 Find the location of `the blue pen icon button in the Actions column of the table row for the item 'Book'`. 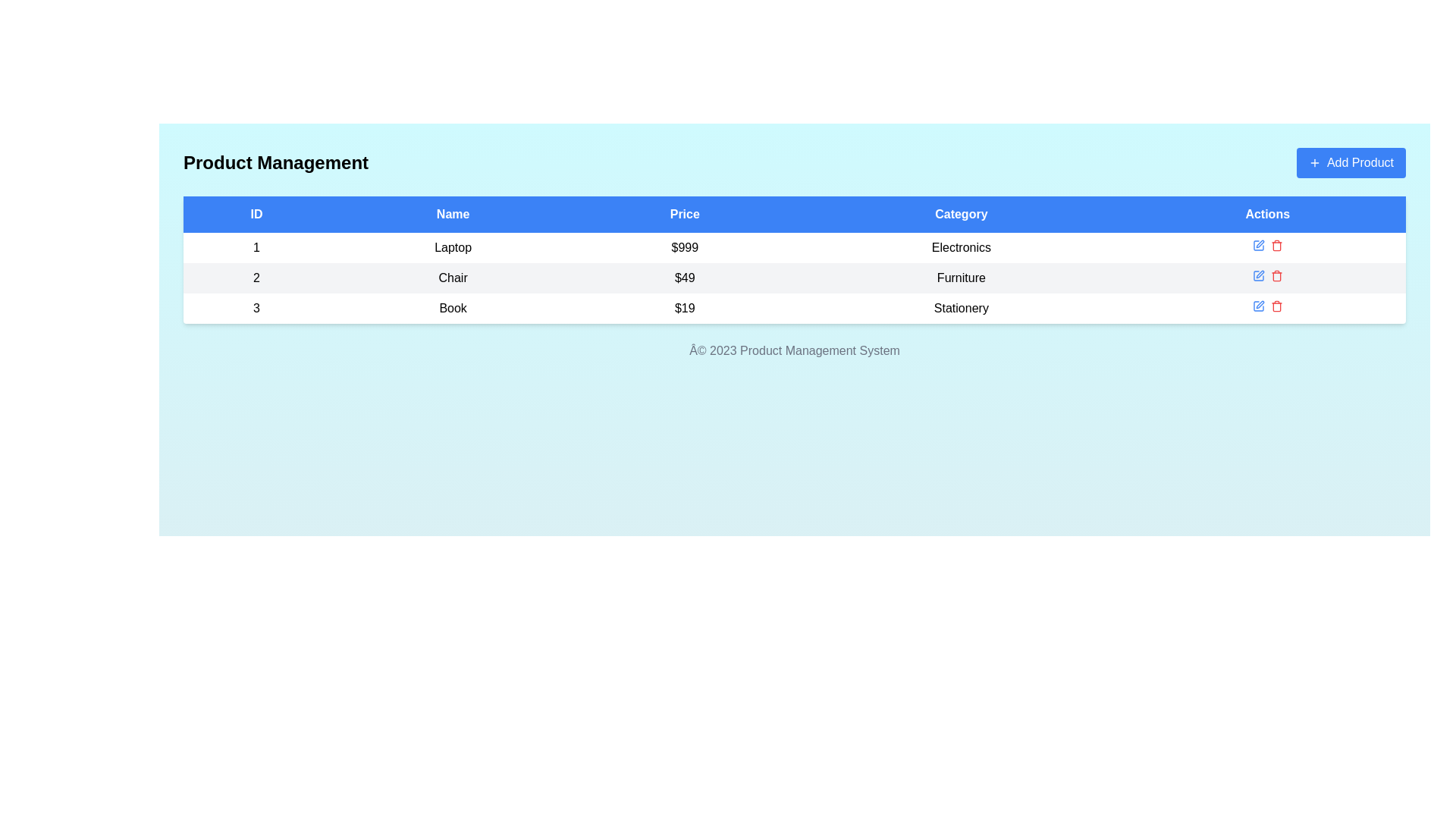

the blue pen icon button in the Actions column of the table row for the item 'Book' is located at coordinates (1258, 306).